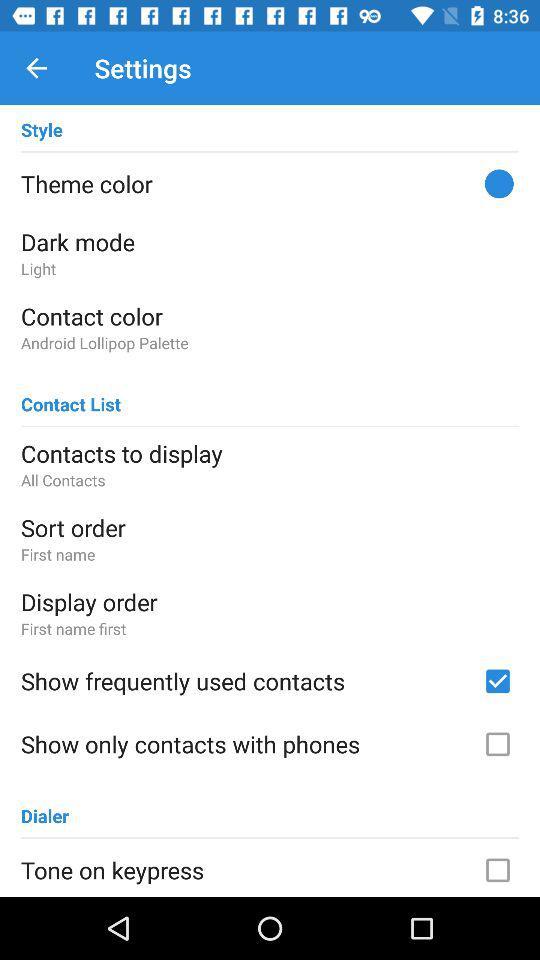  I want to click on icon above show only contacts item, so click(245, 681).